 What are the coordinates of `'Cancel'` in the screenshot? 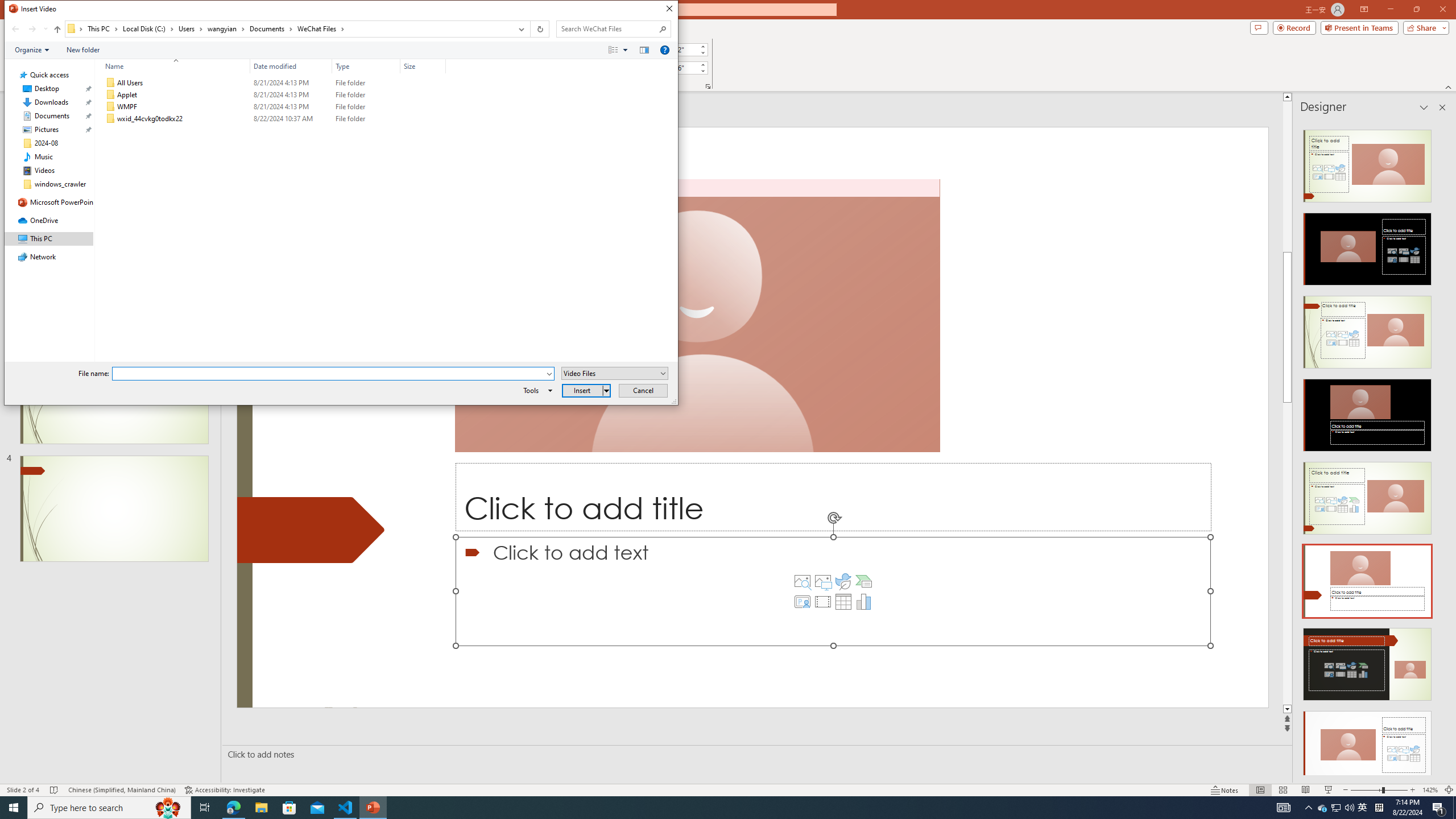 It's located at (643, 390).